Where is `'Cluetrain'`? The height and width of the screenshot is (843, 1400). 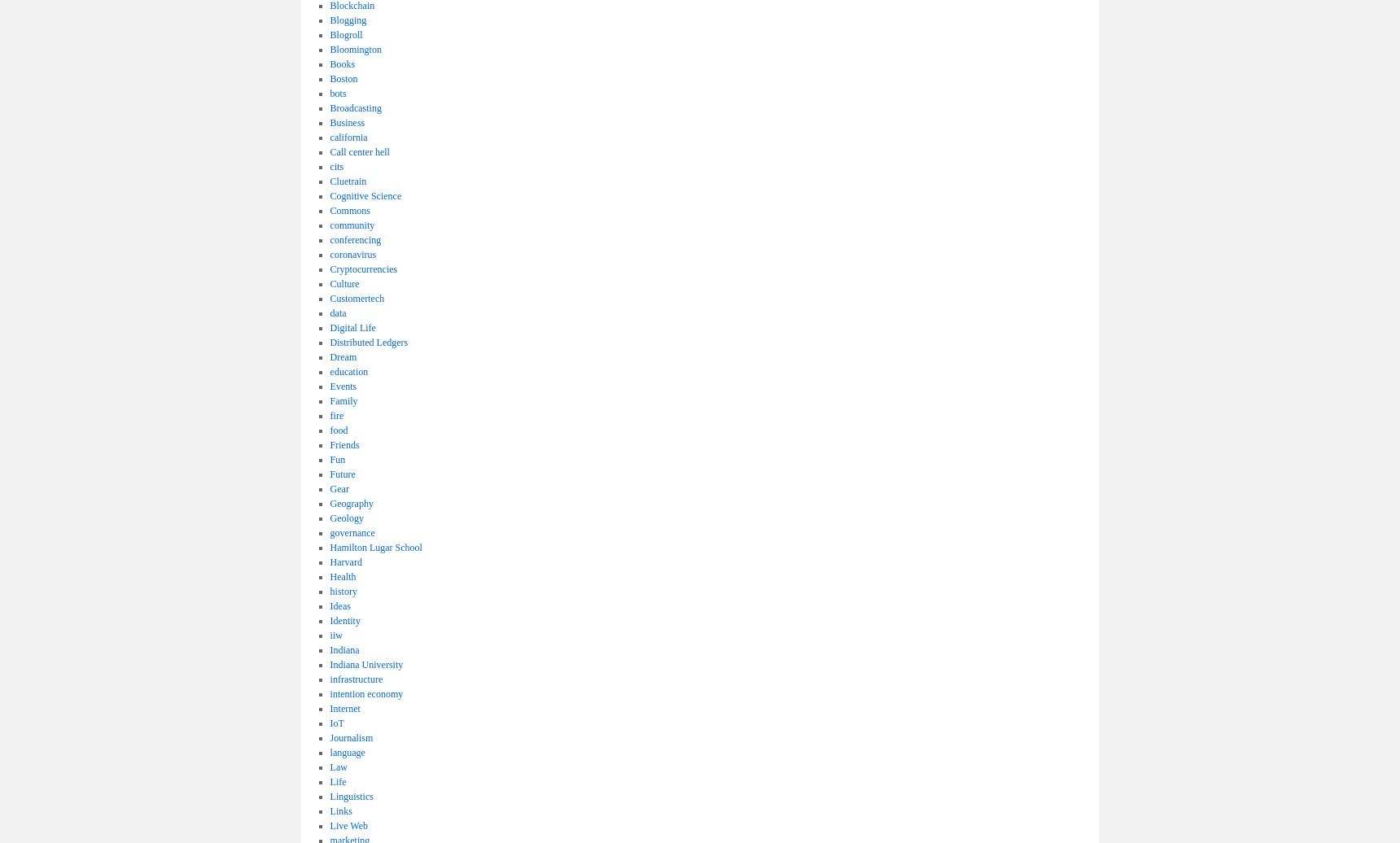 'Cluetrain' is located at coordinates (348, 181).